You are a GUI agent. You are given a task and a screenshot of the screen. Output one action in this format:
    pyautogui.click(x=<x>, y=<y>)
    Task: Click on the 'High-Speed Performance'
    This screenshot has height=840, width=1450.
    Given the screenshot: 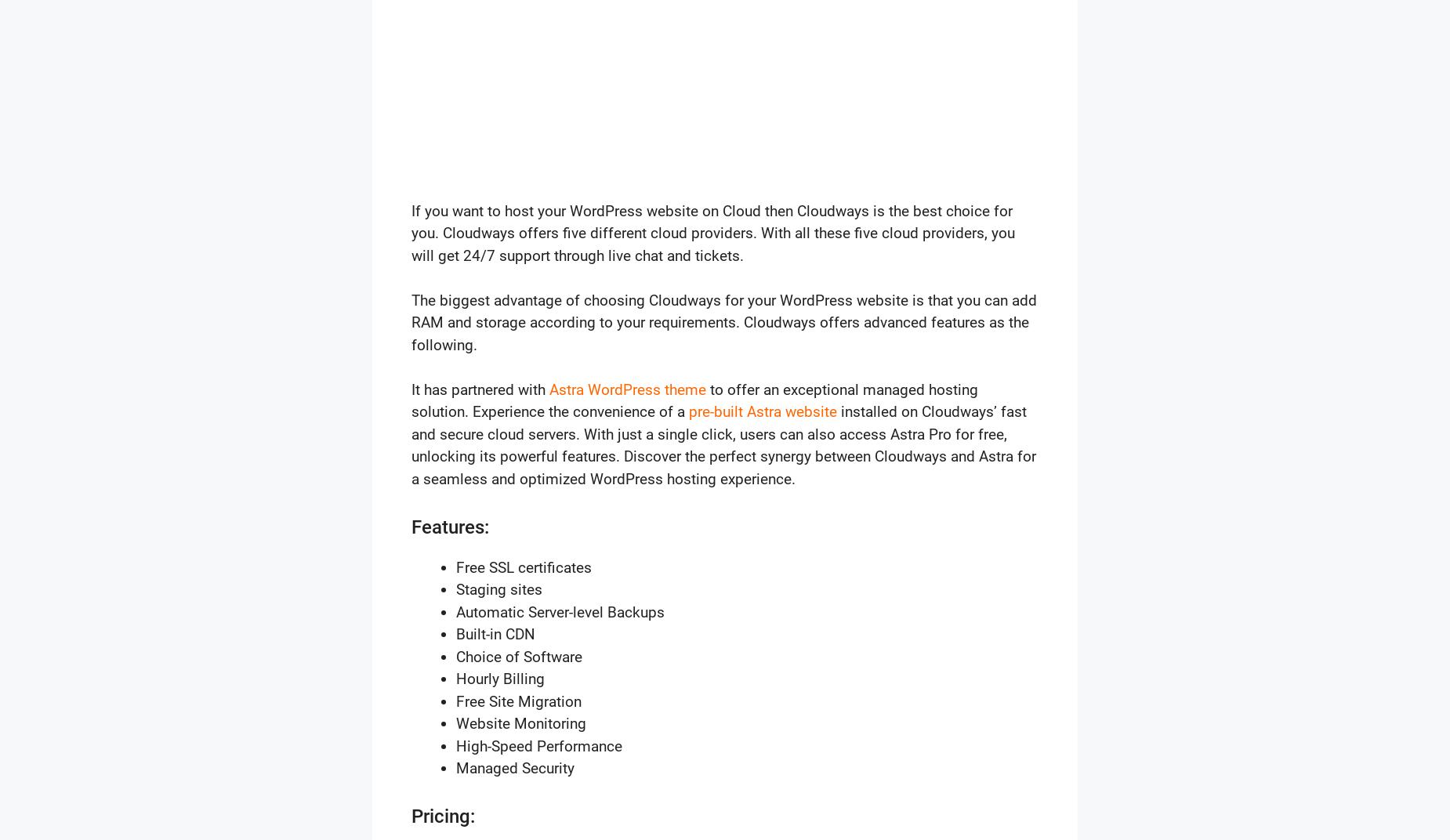 What is the action you would take?
    pyautogui.click(x=539, y=744)
    